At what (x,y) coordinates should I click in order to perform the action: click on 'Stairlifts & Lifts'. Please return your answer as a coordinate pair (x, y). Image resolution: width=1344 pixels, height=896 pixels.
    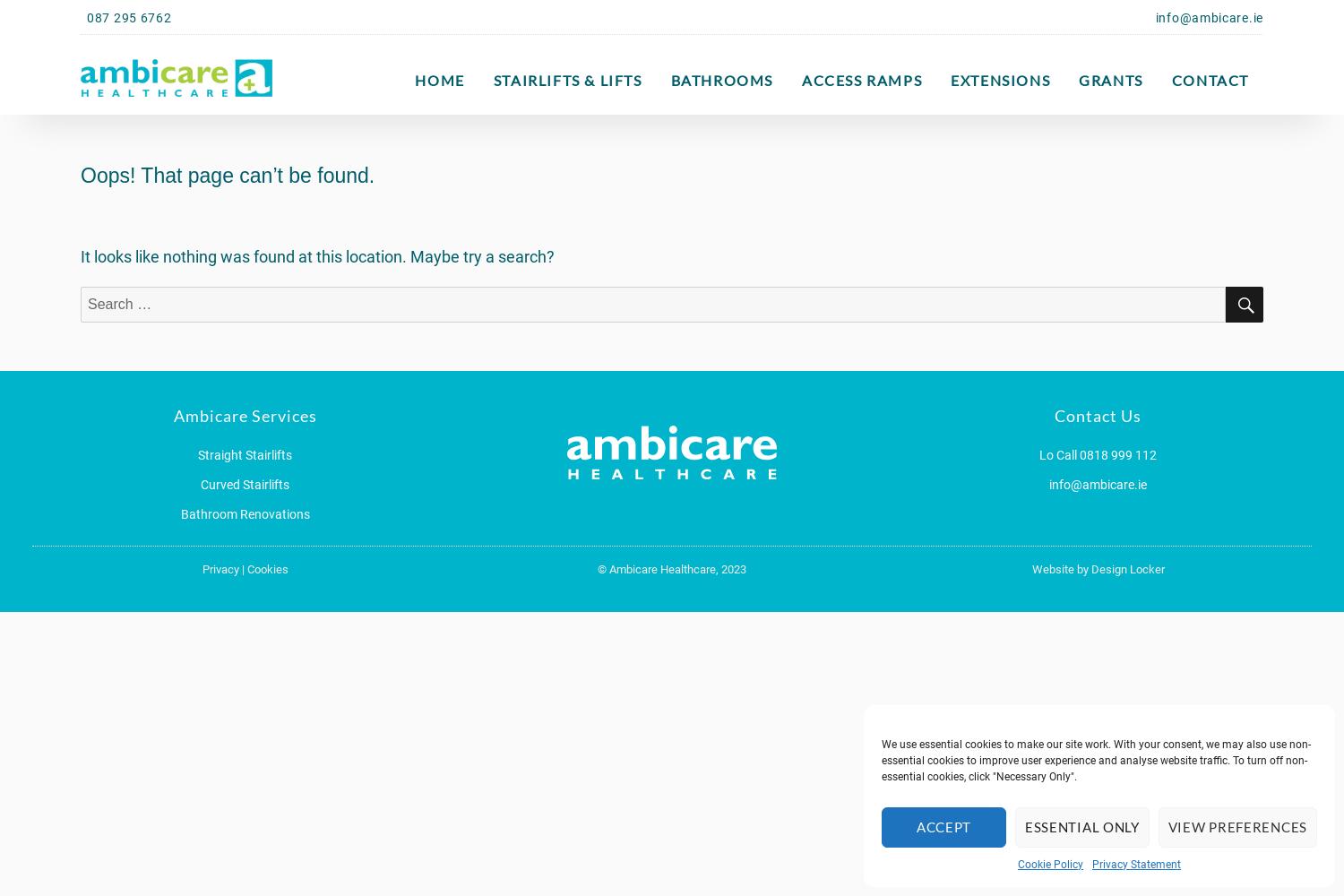
    Looking at the image, I should click on (567, 79).